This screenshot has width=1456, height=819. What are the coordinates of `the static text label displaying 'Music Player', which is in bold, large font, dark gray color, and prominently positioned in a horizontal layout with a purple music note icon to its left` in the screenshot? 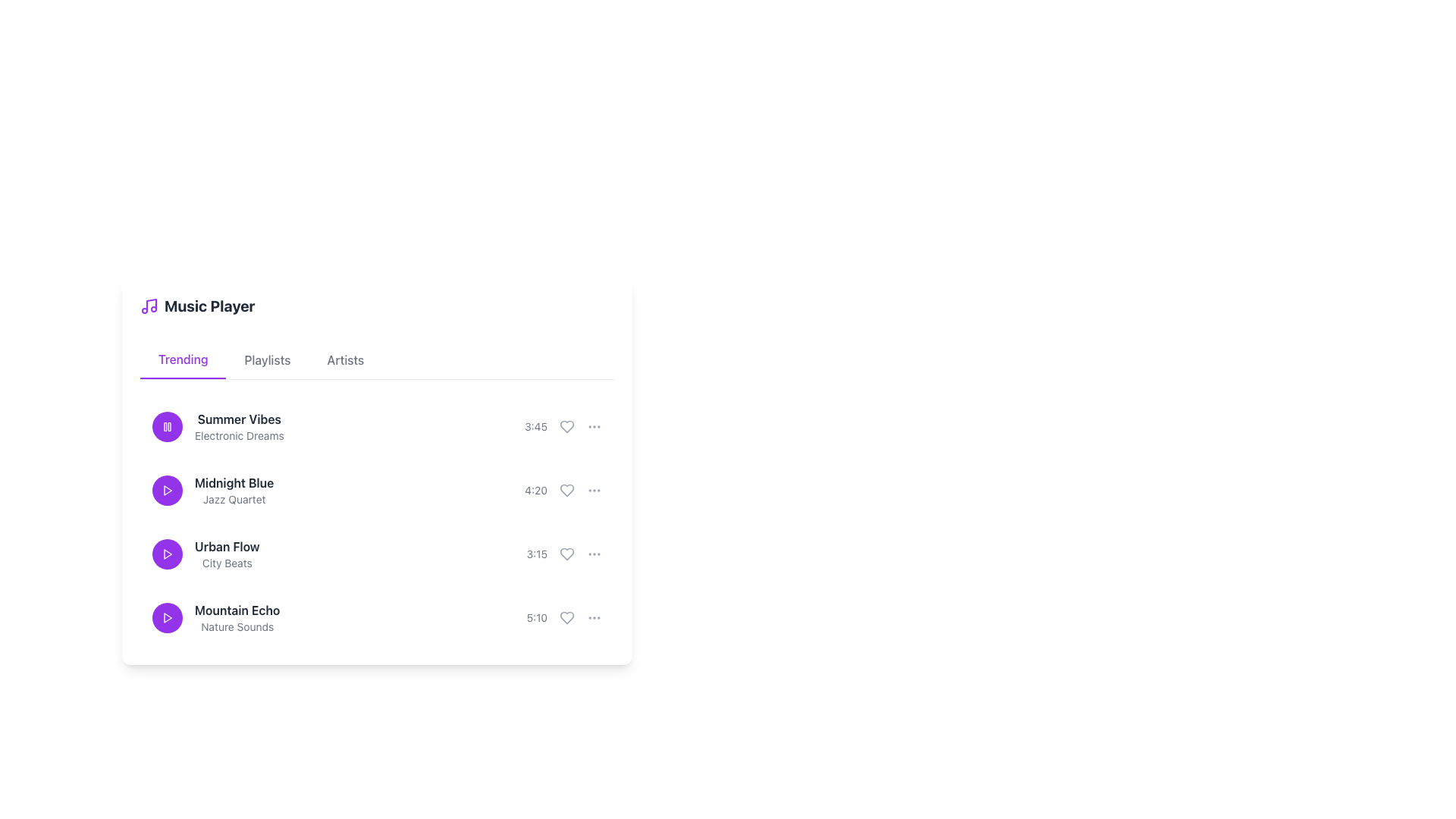 It's located at (209, 306).